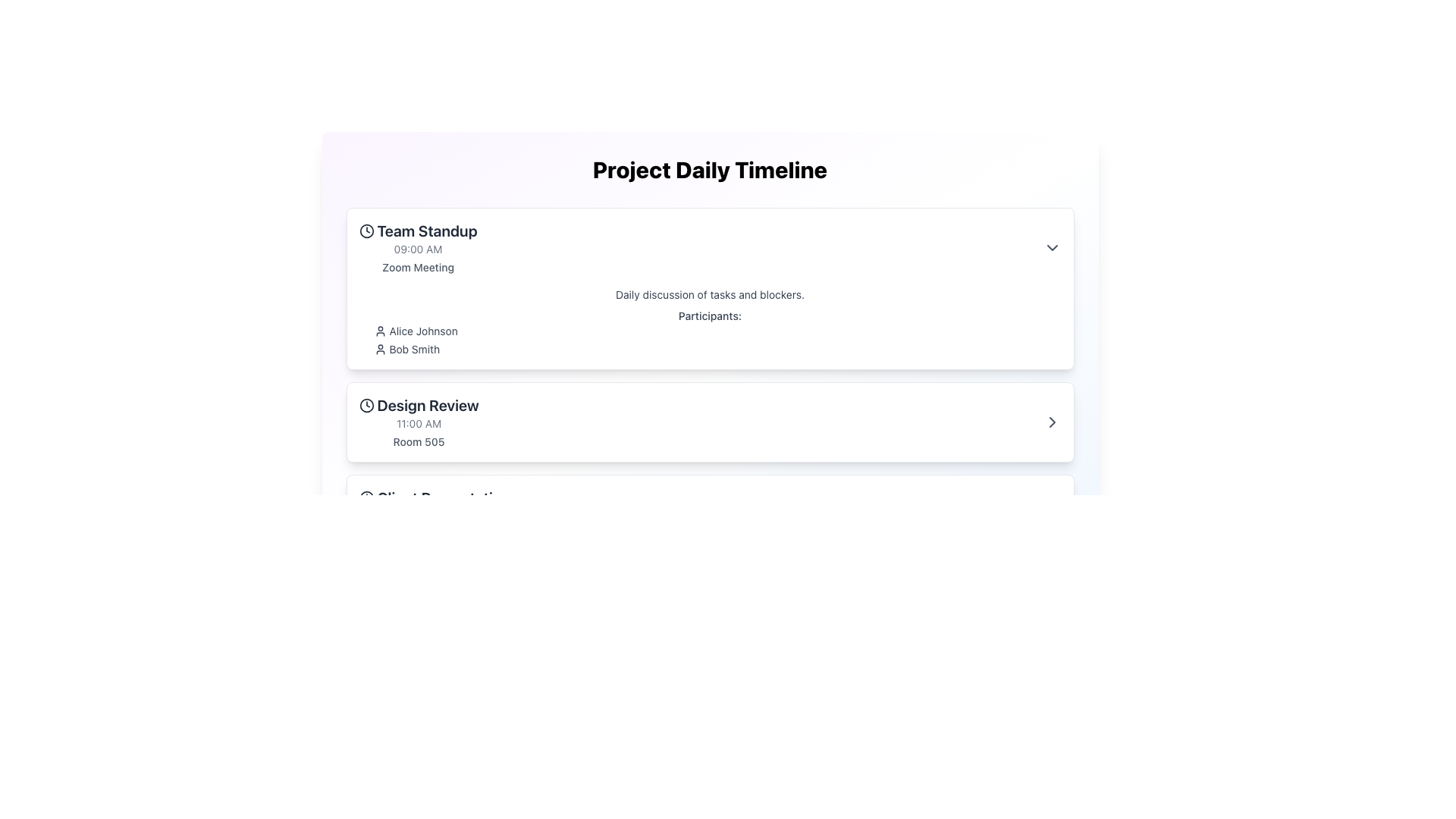 This screenshot has width=1456, height=819. What do you see at coordinates (380, 330) in the screenshot?
I see `the user icon representing 'Alice Johnson' located to the left of the text within the 'Team Standup' card` at bounding box center [380, 330].